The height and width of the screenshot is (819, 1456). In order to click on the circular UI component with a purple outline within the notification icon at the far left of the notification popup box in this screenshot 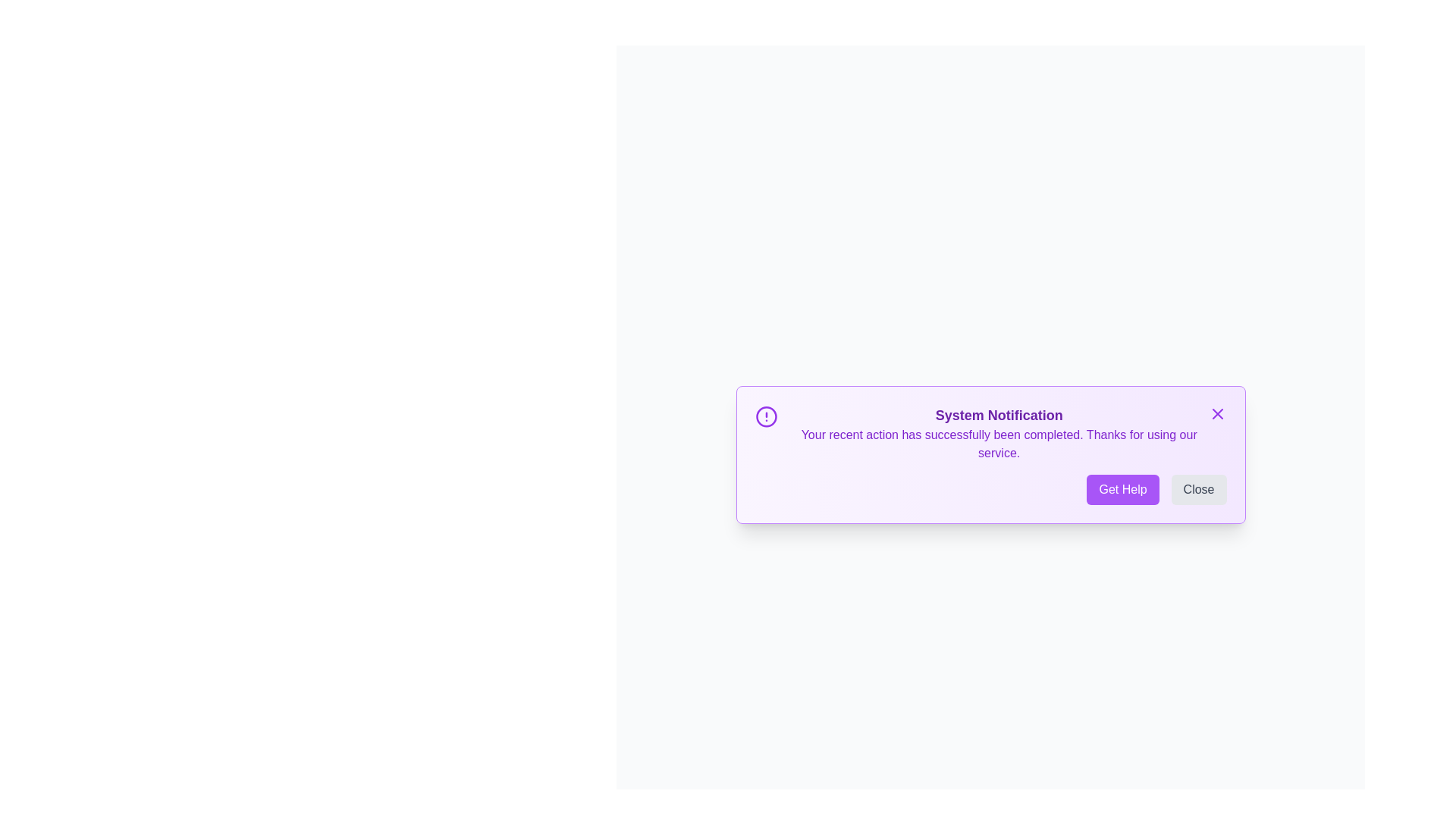, I will do `click(766, 417)`.